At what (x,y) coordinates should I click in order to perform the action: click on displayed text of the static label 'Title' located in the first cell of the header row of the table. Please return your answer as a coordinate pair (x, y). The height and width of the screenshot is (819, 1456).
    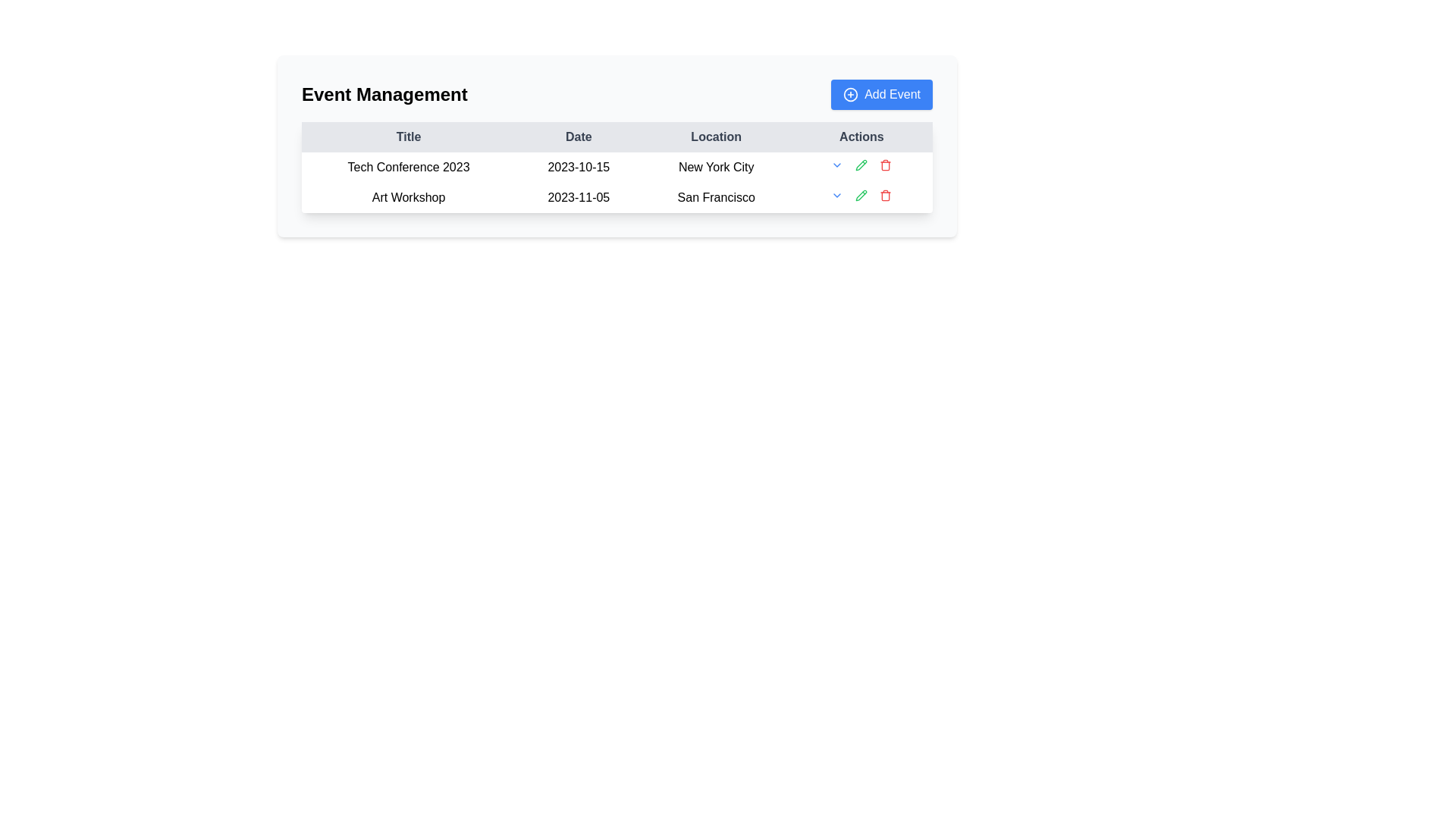
    Looking at the image, I should click on (409, 137).